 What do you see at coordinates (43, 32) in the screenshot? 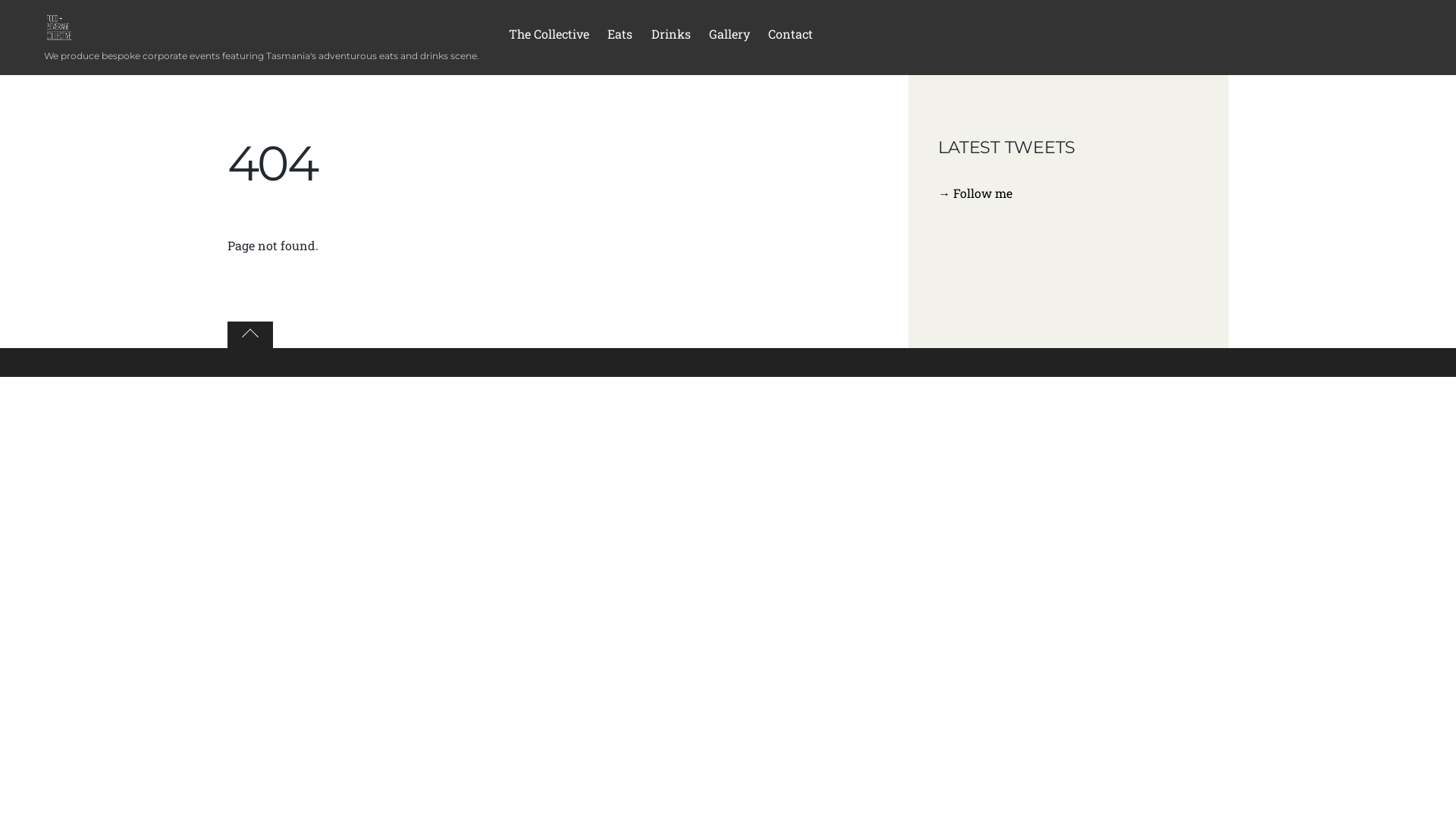
I see `'Food Beverage Collective'` at bounding box center [43, 32].